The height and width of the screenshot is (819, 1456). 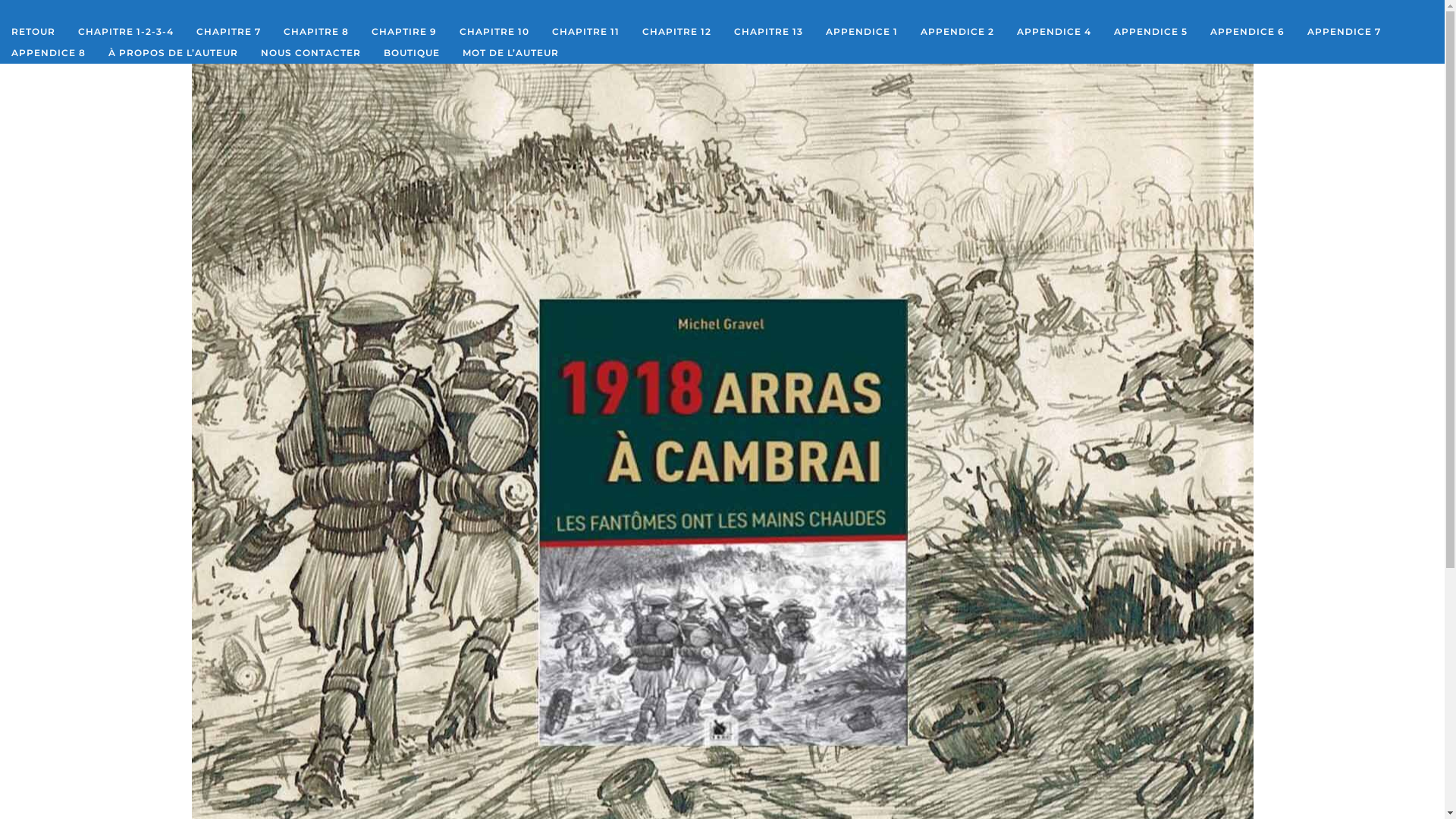 I want to click on 'CHAPITRE 10', so click(x=494, y=32).